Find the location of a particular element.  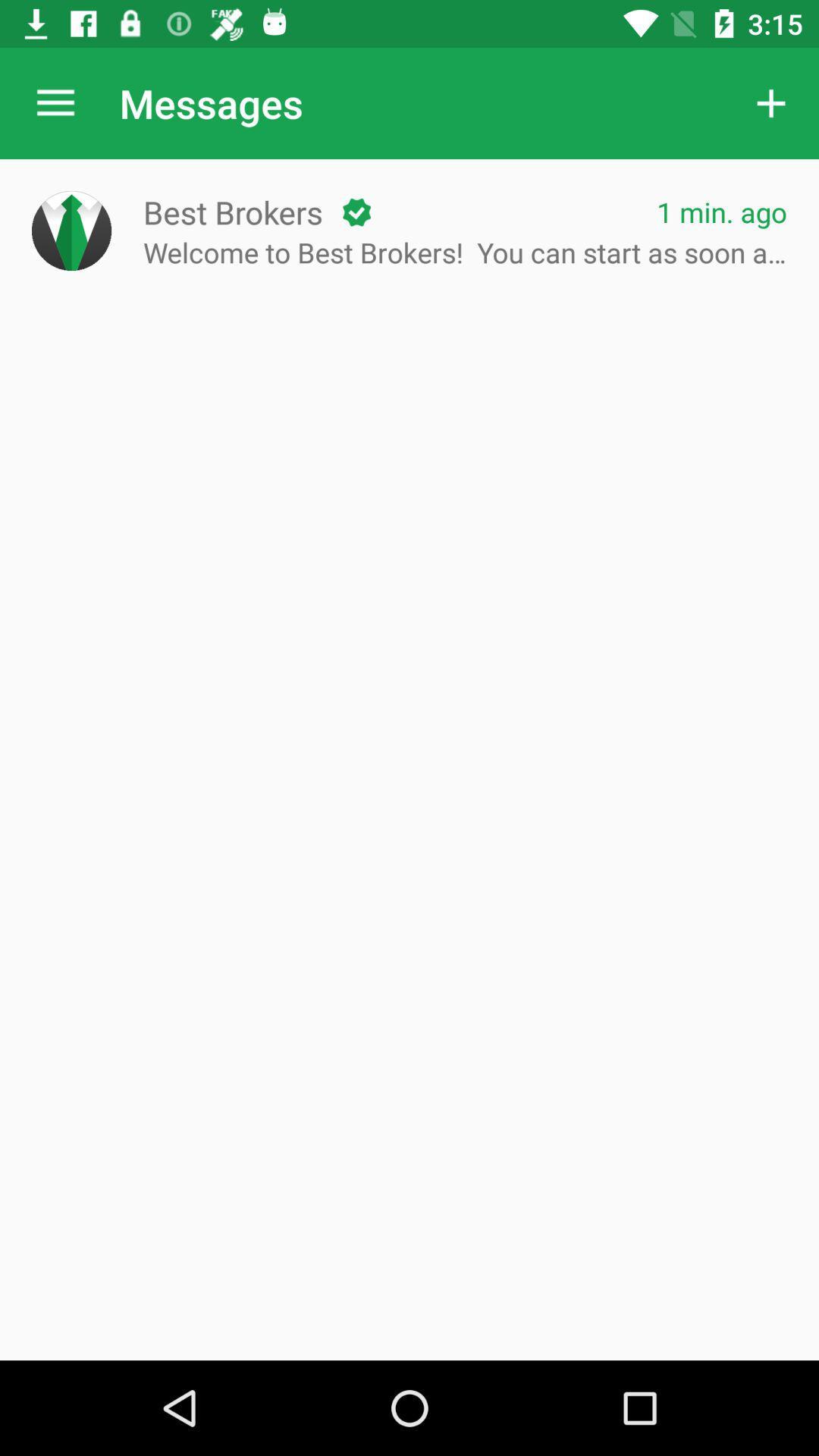

the app to the left of the messages item is located at coordinates (55, 102).